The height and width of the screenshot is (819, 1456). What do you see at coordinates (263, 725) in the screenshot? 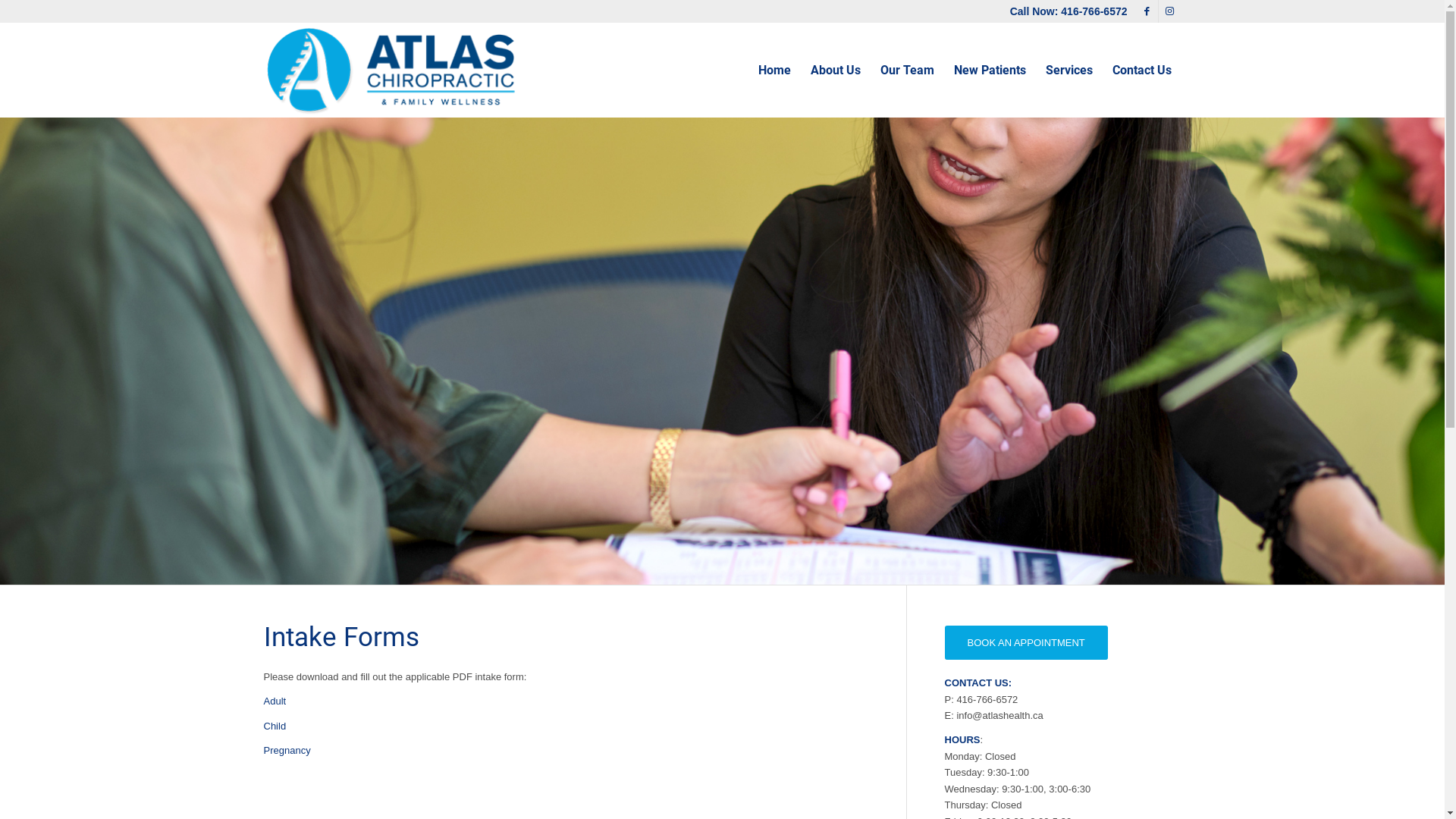
I see `'Child'` at bounding box center [263, 725].